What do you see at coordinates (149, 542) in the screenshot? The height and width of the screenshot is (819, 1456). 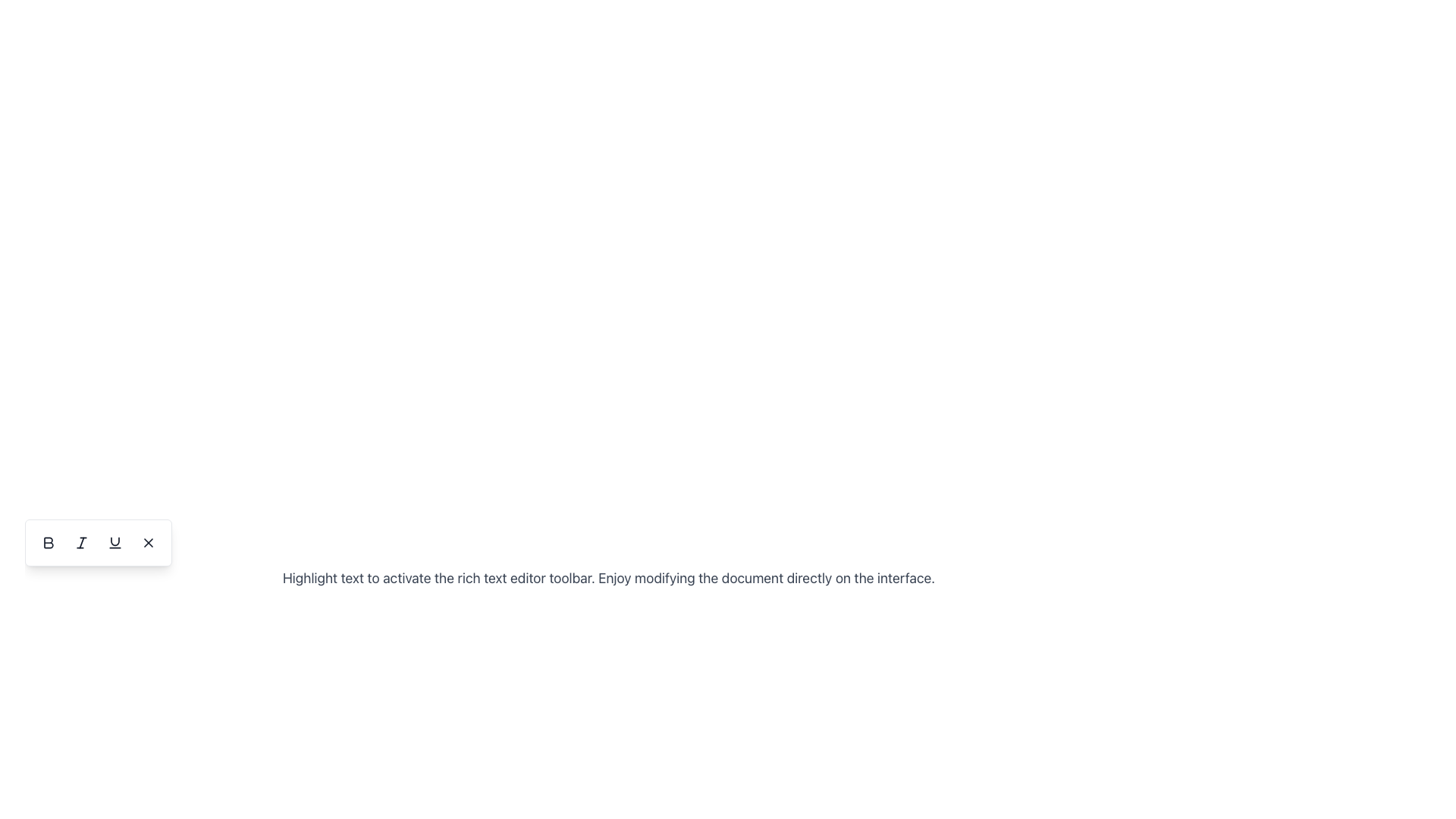 I see `the circular button with an 'X' icon` at bounding box center [149, 542].